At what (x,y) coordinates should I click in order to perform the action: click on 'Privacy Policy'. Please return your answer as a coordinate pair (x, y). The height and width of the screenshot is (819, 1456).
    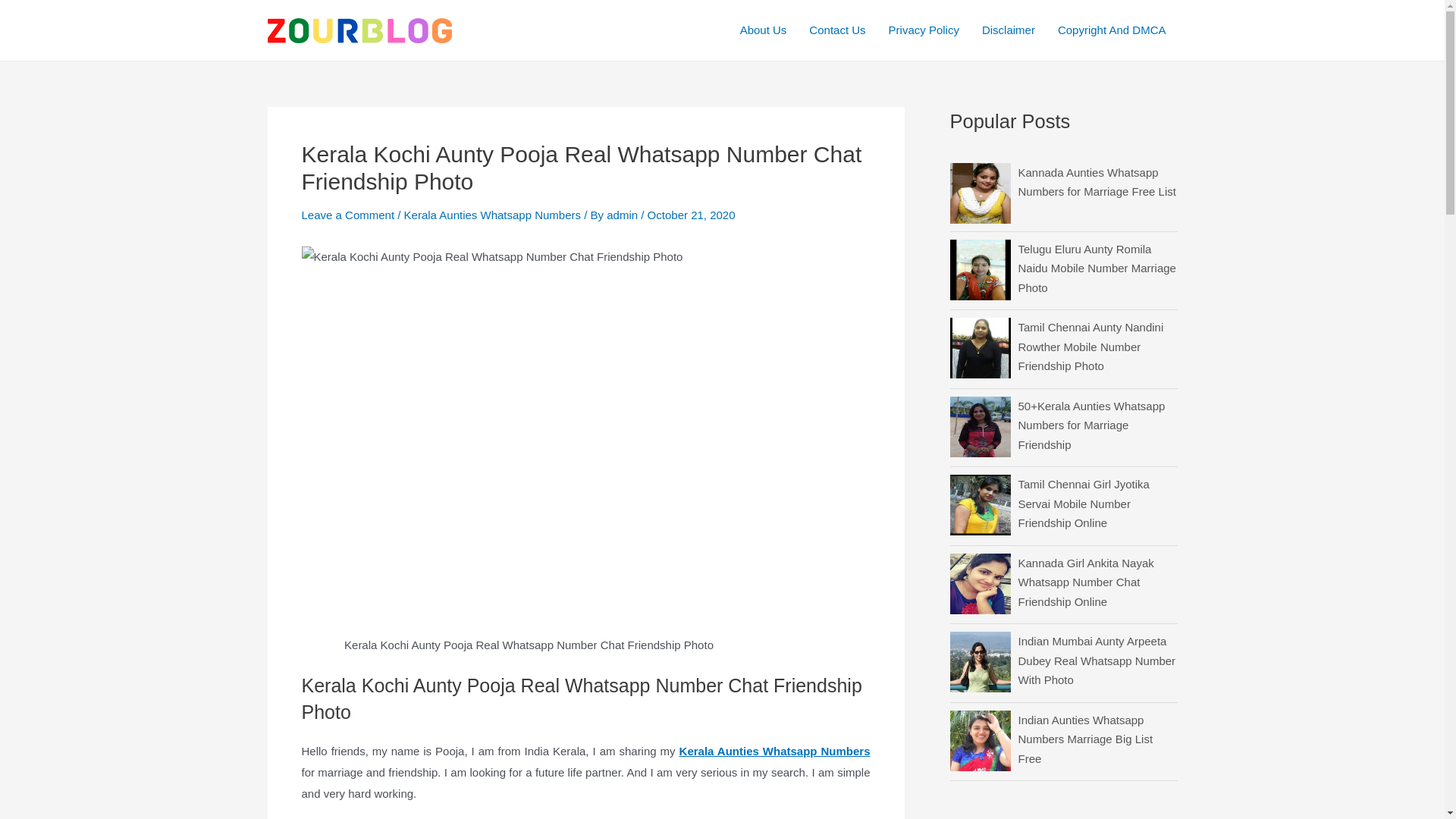
    Looking at the image, I should click on (877, 30).